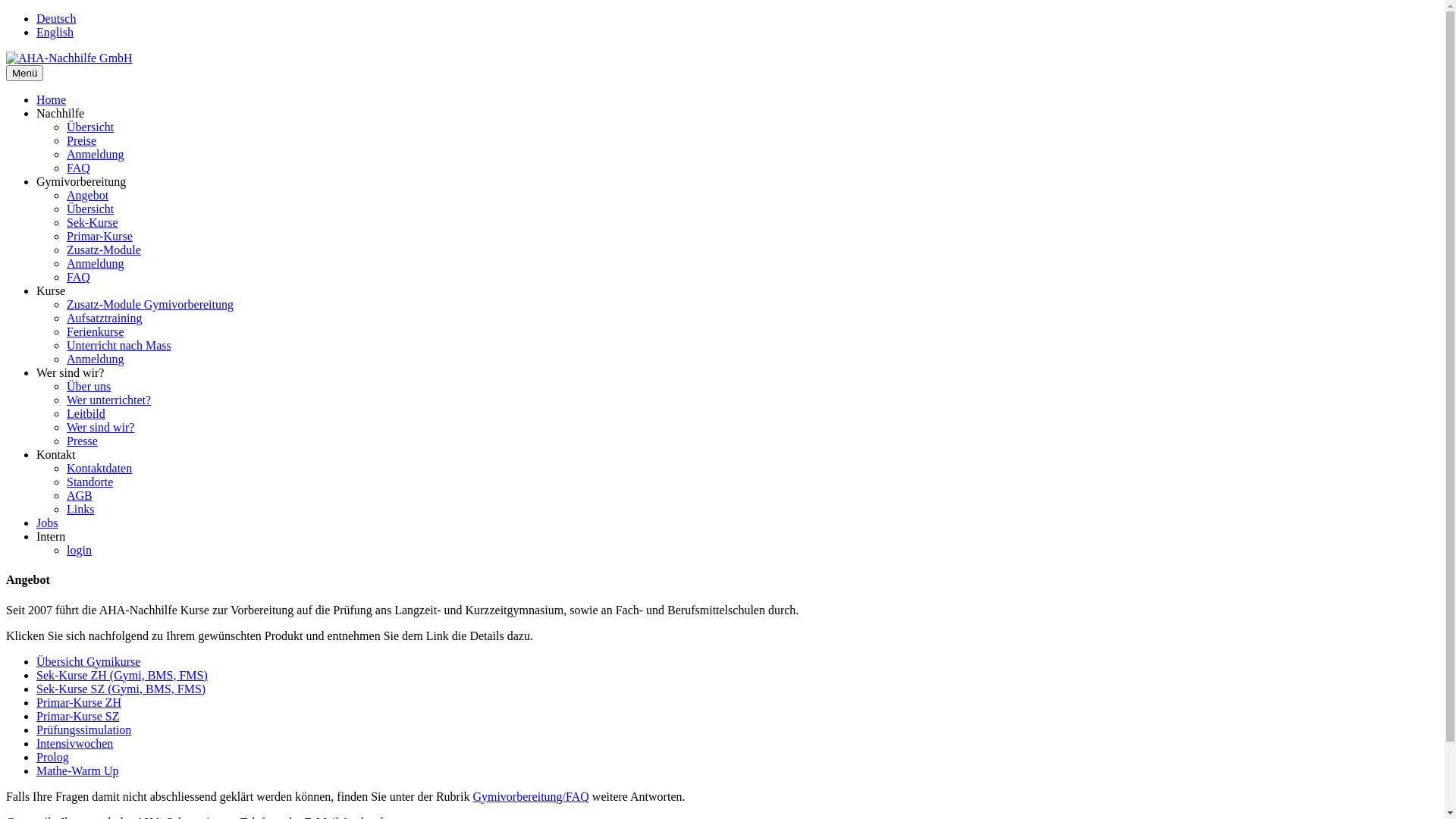 The width and height of the screenshot is (1456, 819). I want to click on 'Wer sind wir?', so click(99, 427).